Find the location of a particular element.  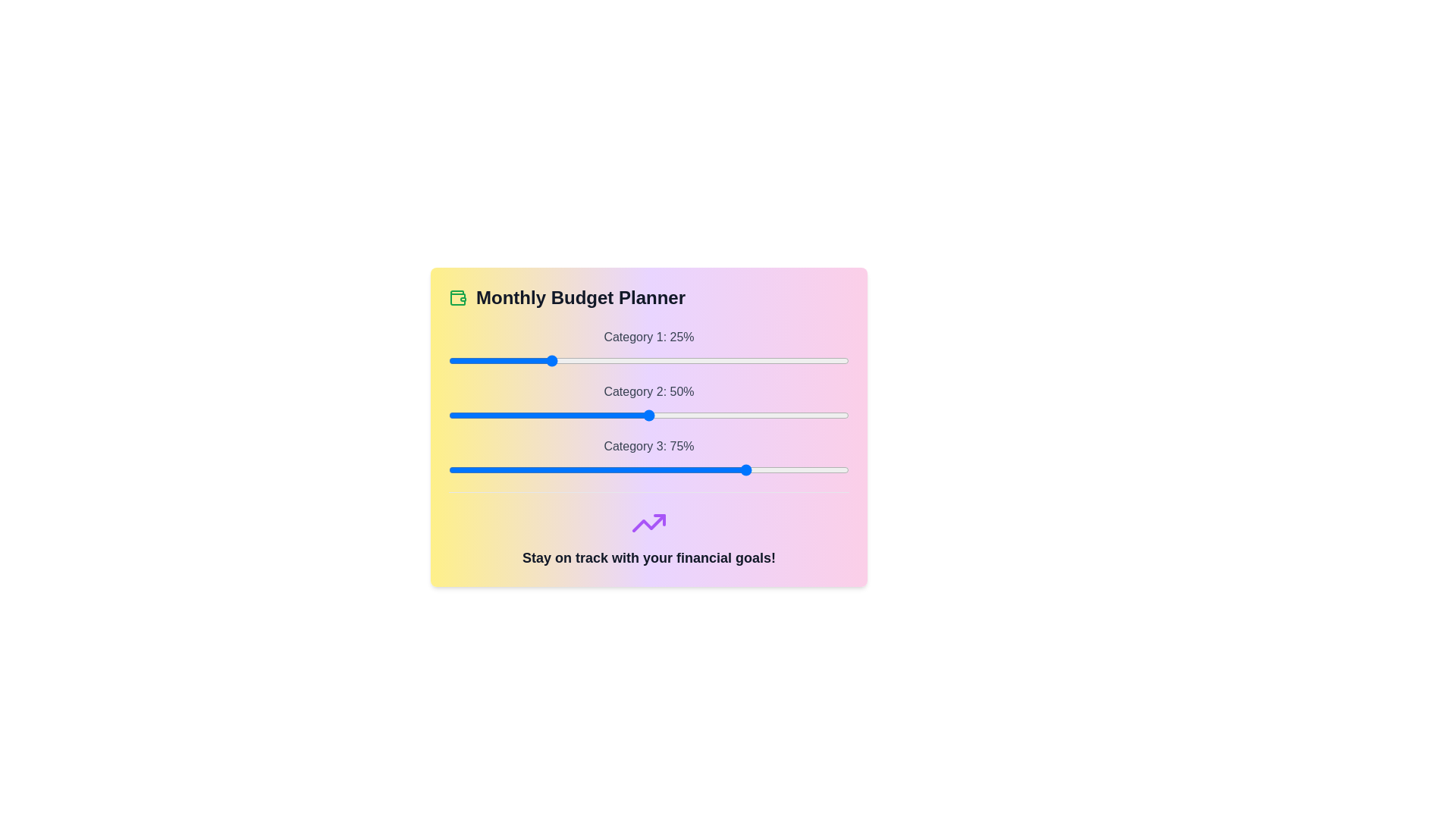

the slider for Category 2 to 51% is located at coordinates (653, 415).